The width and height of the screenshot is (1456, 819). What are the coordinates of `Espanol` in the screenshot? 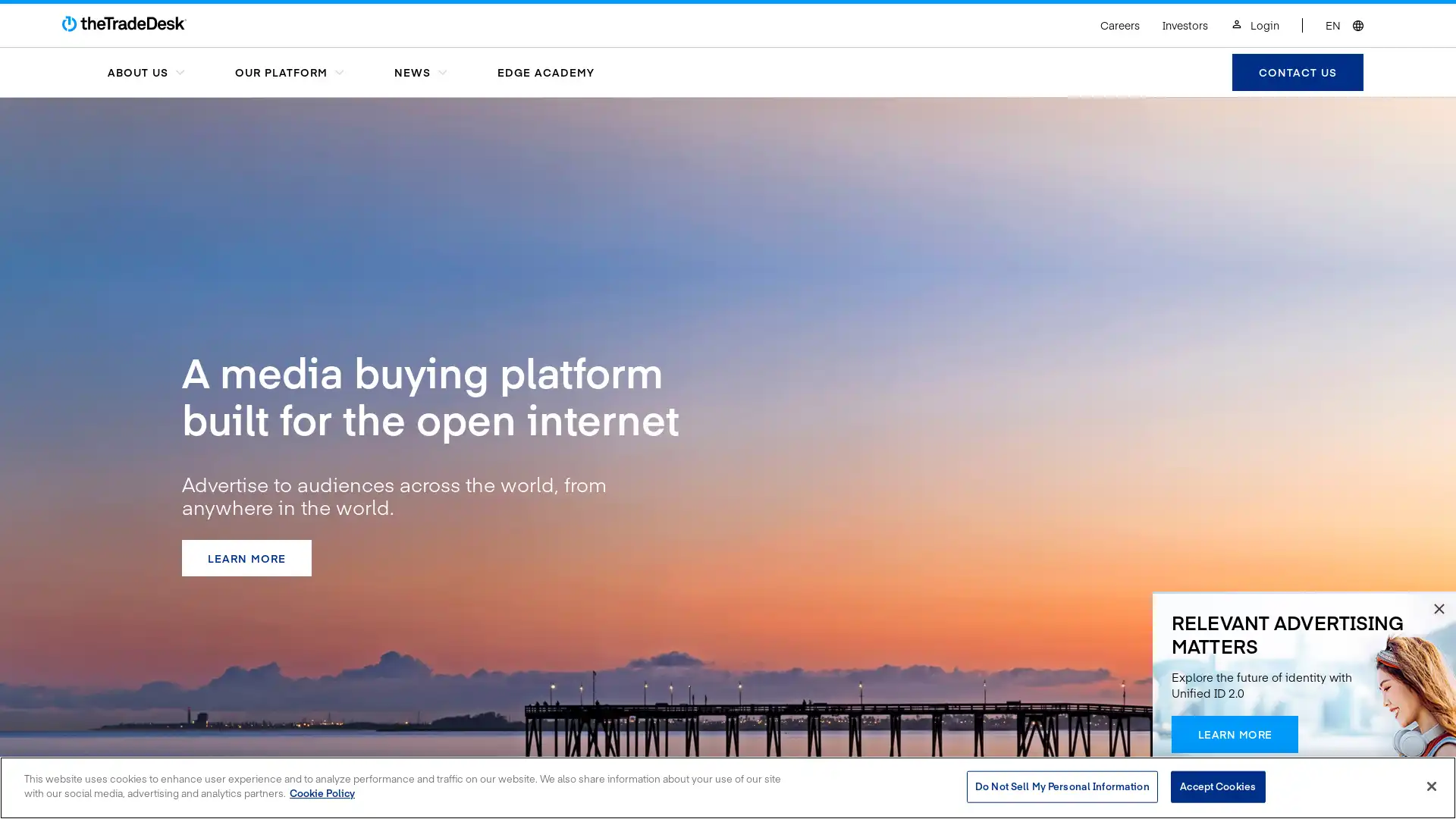 It's located at (1283, 10).